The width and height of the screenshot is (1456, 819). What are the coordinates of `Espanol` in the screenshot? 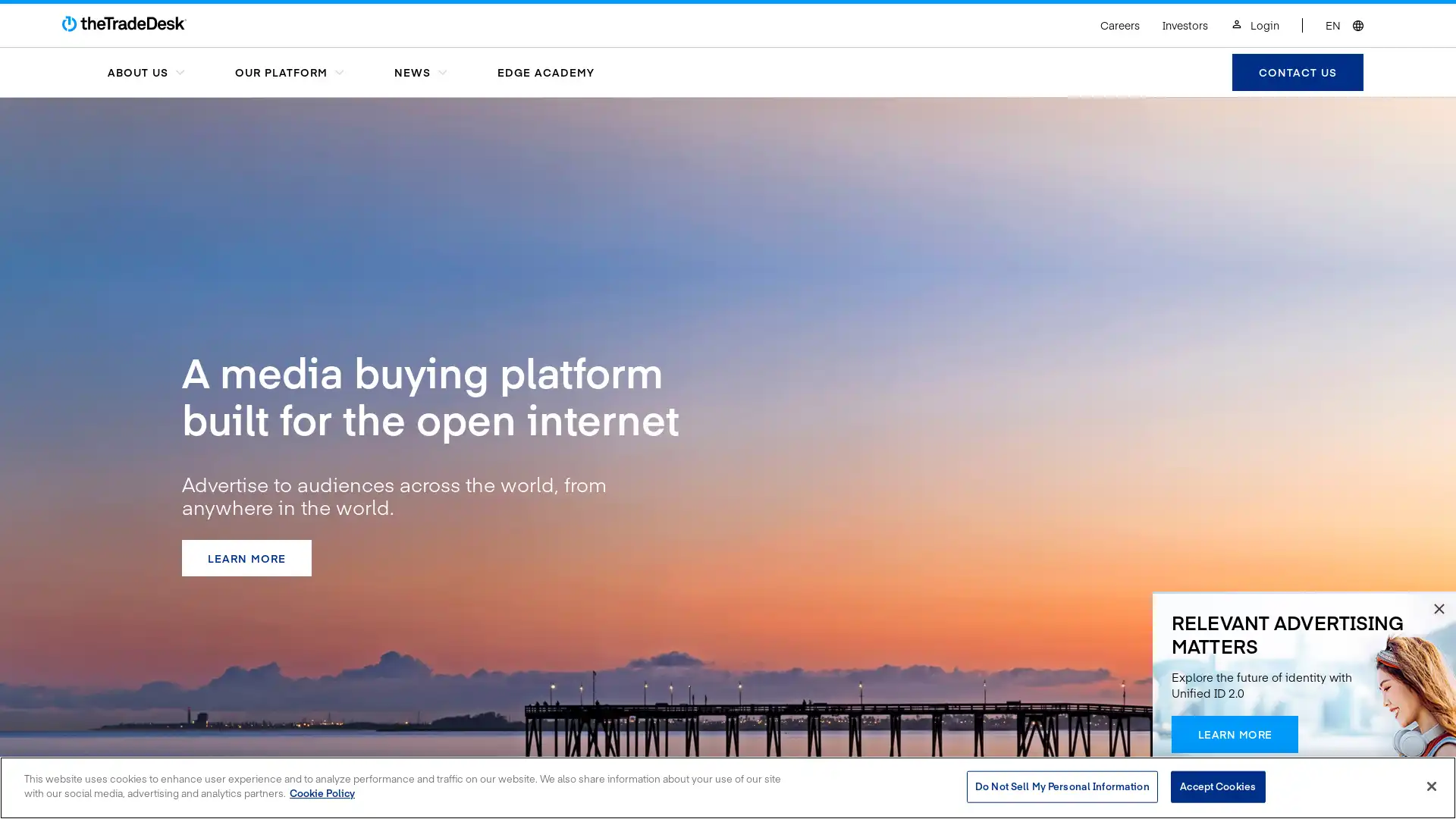 It's located at (1283, 10).